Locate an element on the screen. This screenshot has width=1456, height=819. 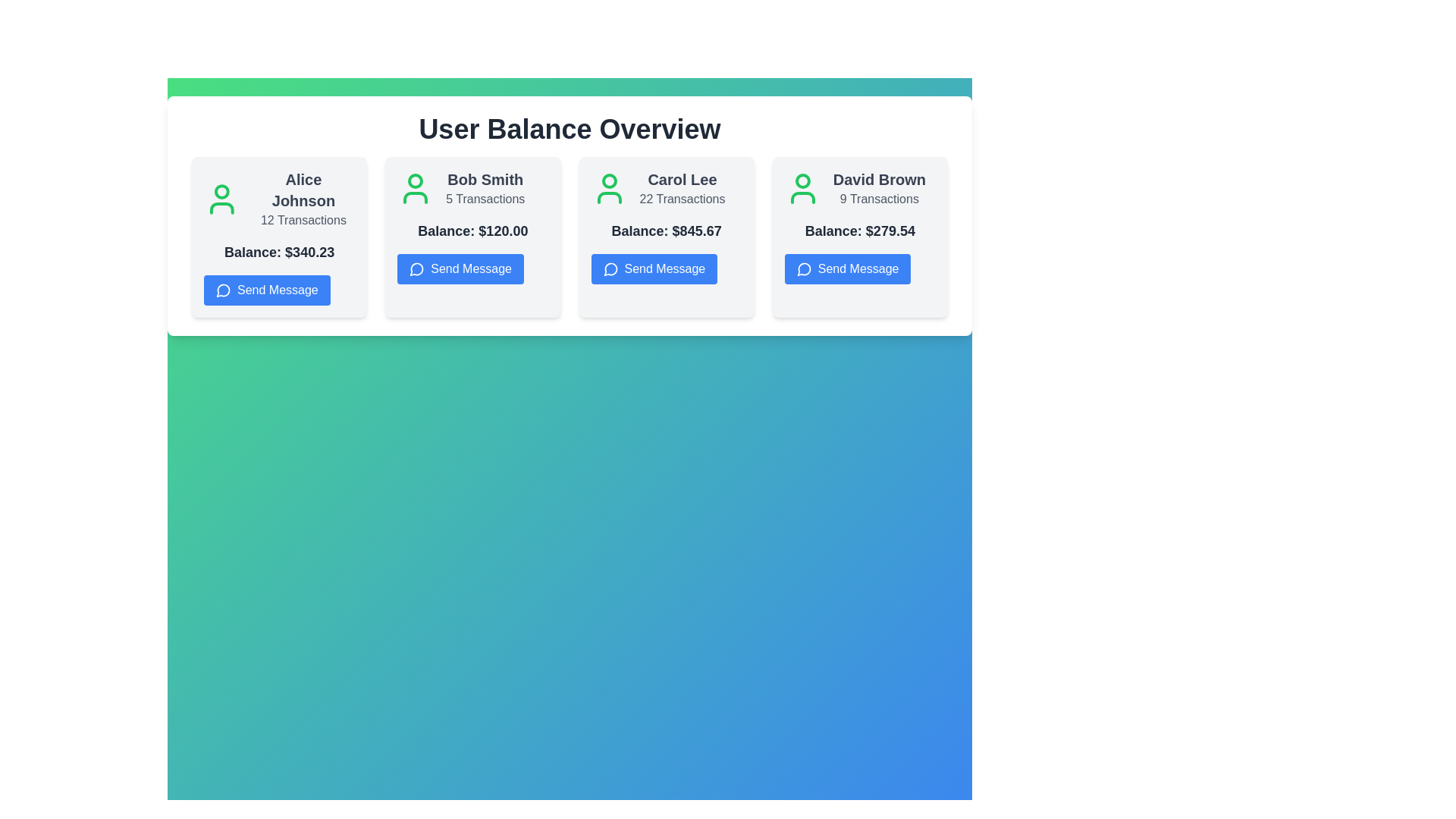
the leftmost icon of the 'Send Message' button located at the bottom of Alice Johnson's user details card is located at coordinates (222, 290).